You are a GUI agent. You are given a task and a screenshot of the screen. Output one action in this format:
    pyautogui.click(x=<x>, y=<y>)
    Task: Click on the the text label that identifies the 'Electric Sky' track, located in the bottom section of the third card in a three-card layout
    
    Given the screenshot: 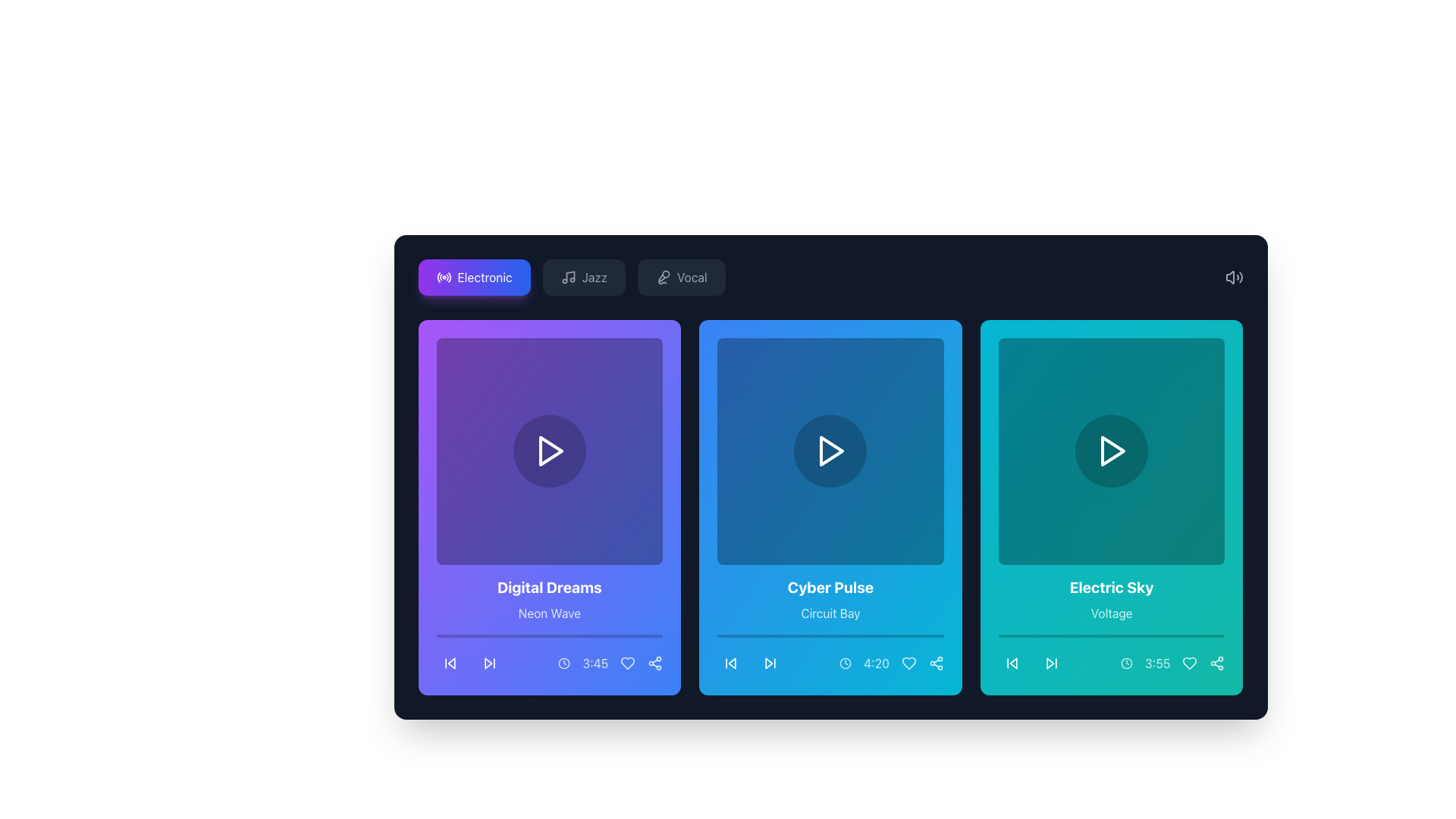 What is the action you would take?
    pyautogui.click(x=1112, y=586)
    